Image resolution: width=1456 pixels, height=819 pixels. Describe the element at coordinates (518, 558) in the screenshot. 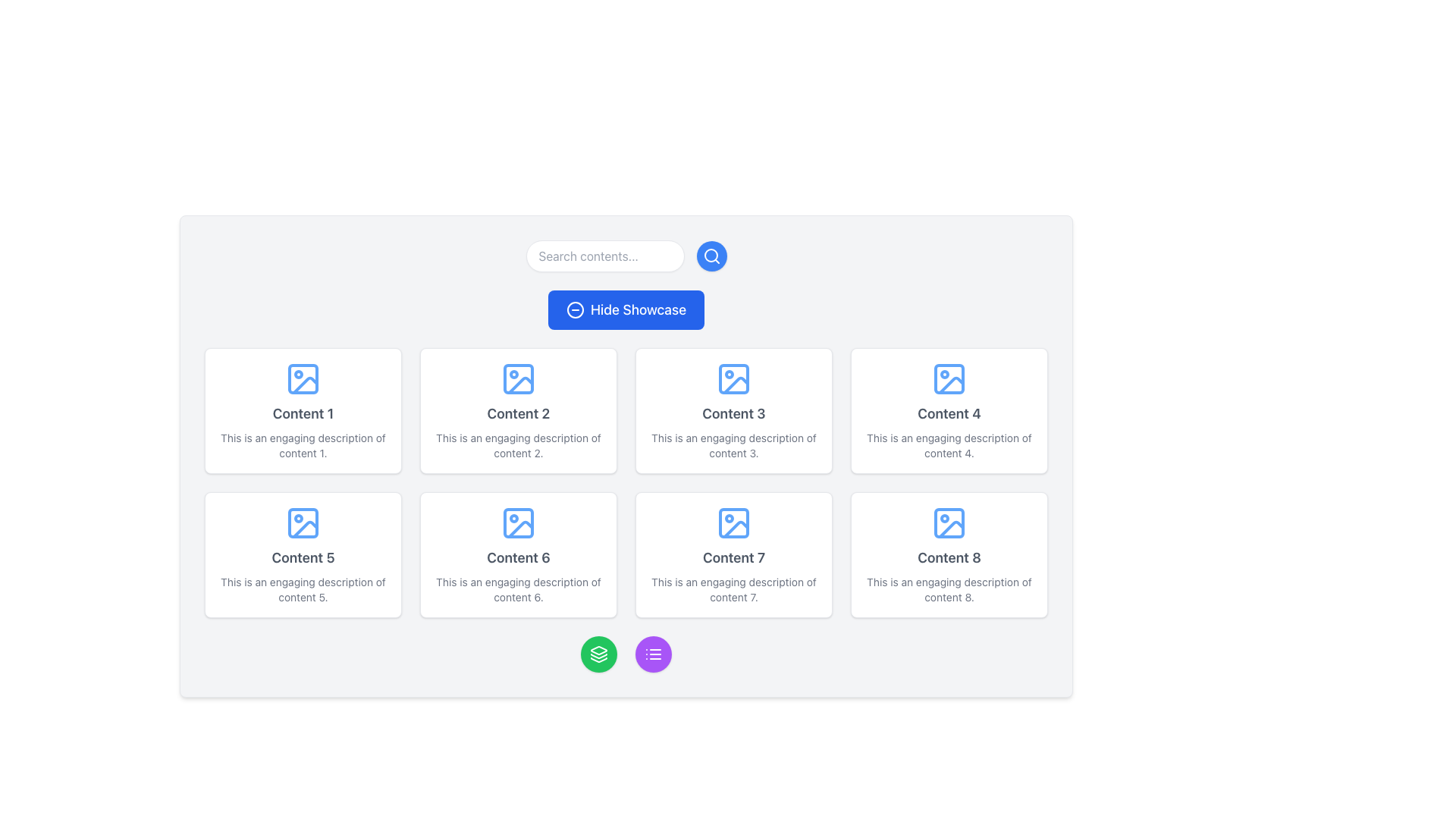

I see `the Label that provides a title or heading for the card content, located in the center column of the second row, under a blue icon and above a description, within a white bordered card` at that location.